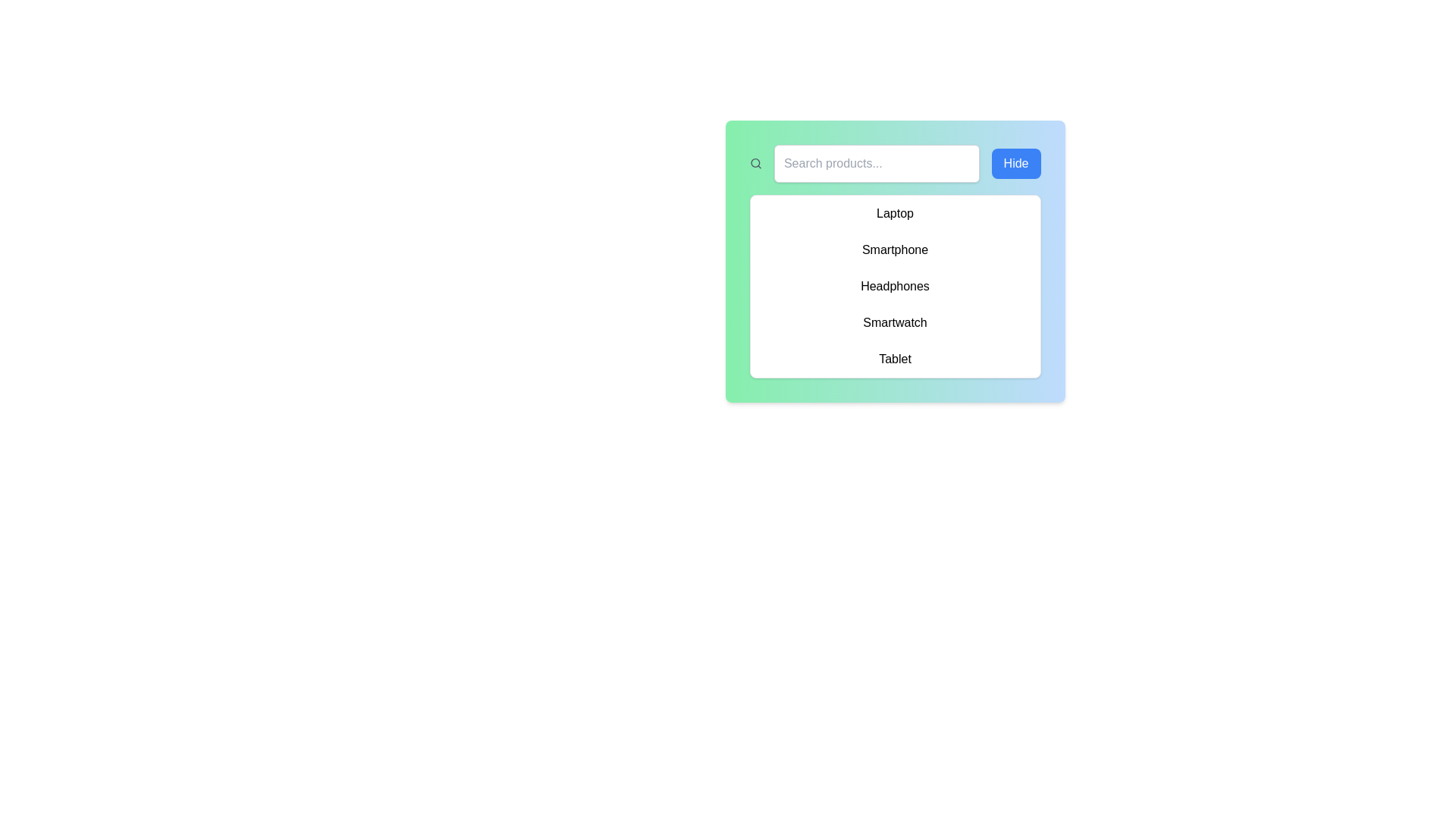 The image size is (1456, 819). I want to click on the blue button labeled 'Hide', which has rounded corners and white text, so click(1015, 164).